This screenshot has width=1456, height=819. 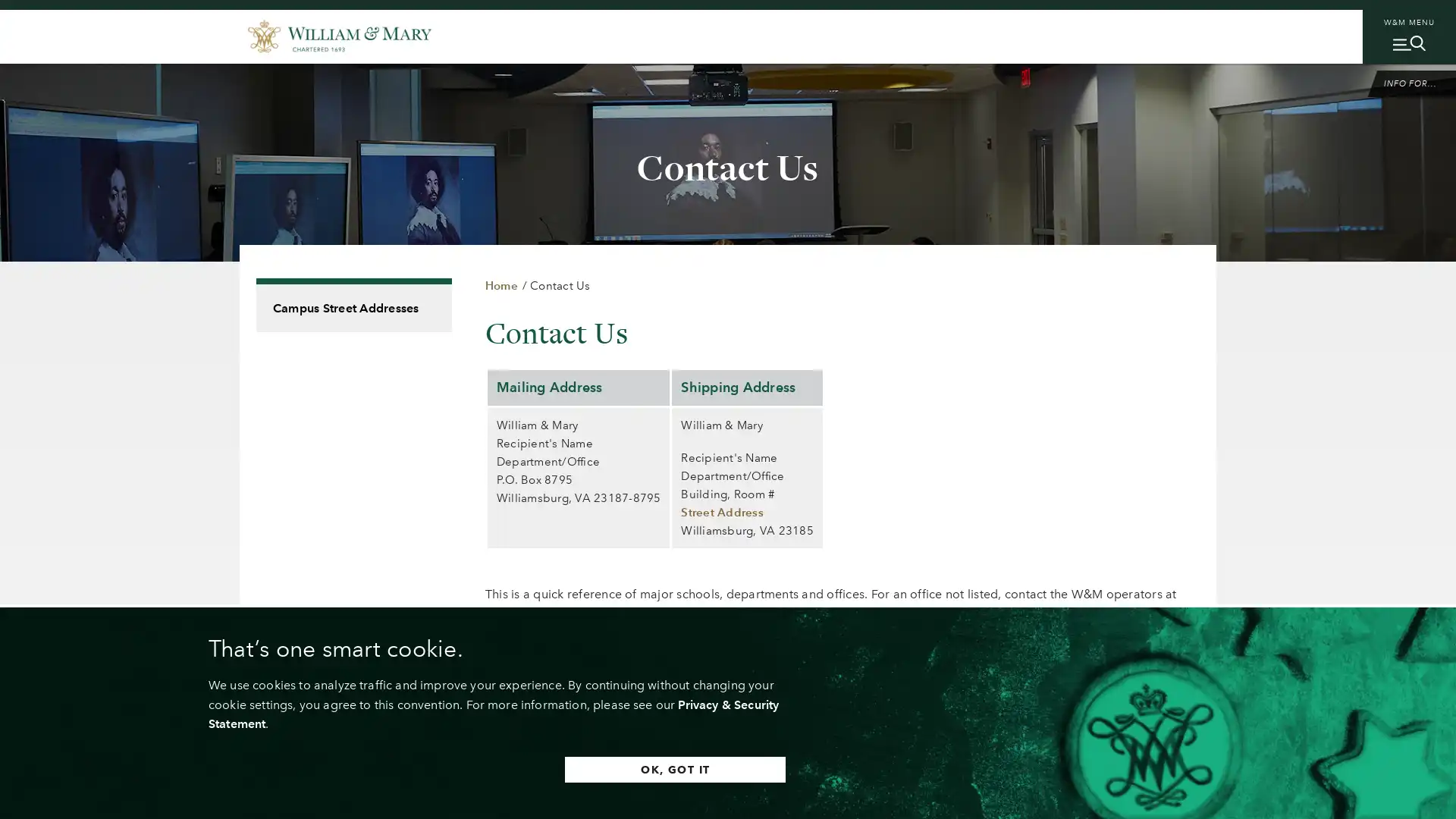 What do you see at coordinates (674, 769) in the screenshot?
I see `OK, GOT IT` at bounding box center [674, 769].